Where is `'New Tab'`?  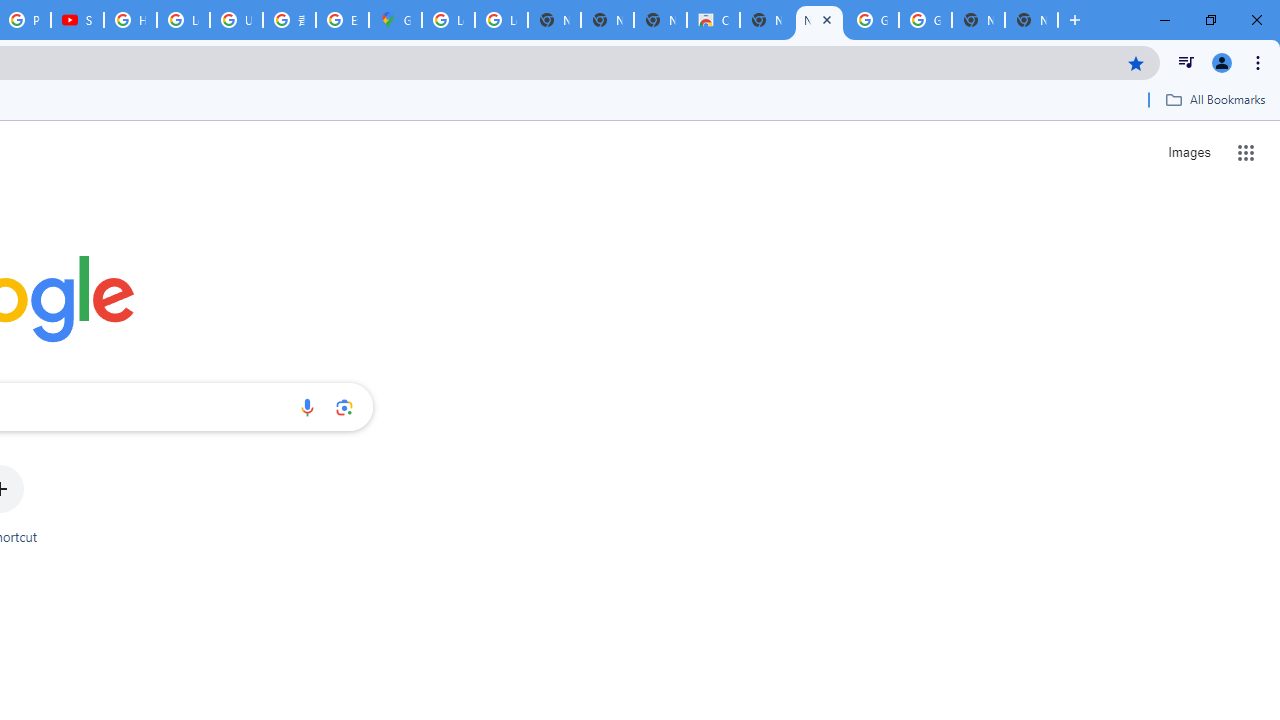
'New Tab' is located at coordinates (1031, 20).